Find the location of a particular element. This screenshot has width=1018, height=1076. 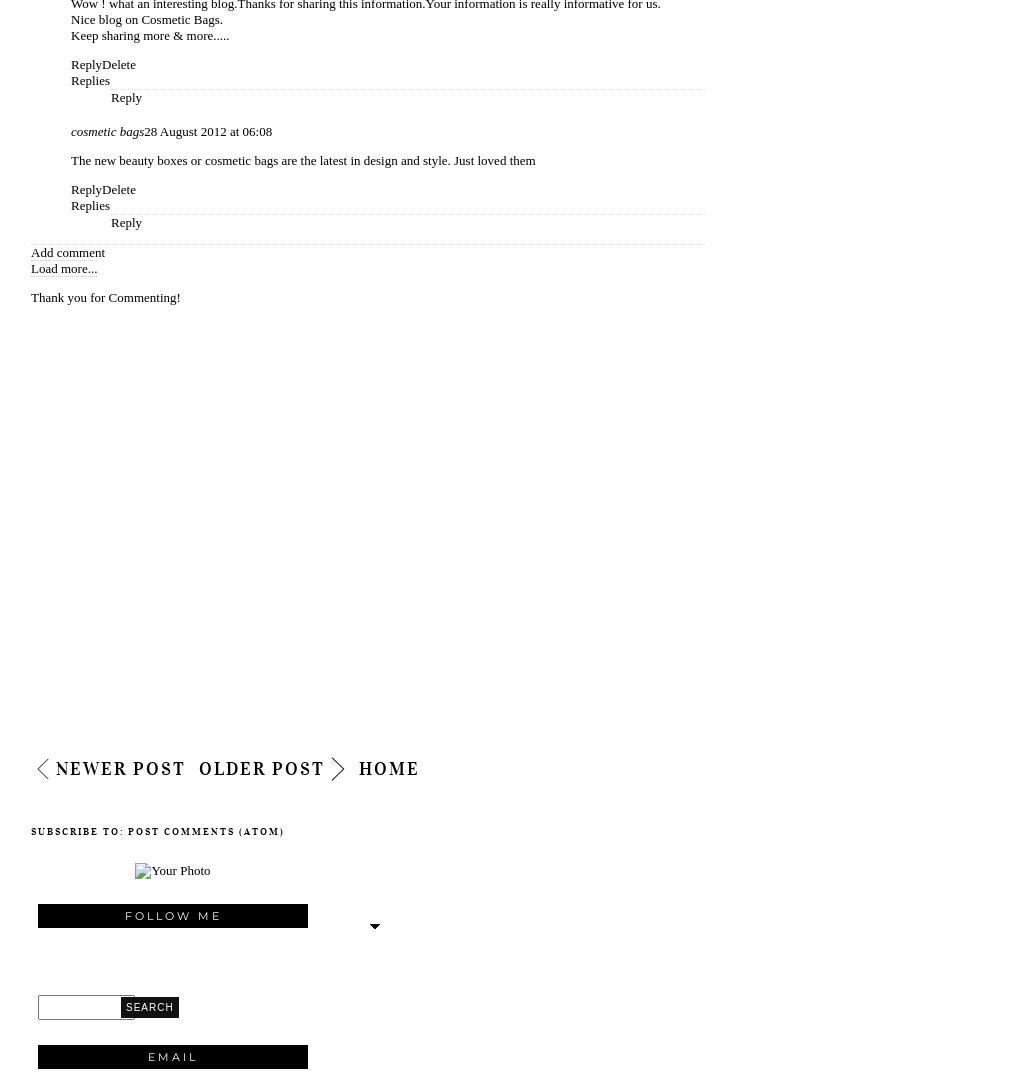

'cosmetic bags' is located at coordinates (106, 130).